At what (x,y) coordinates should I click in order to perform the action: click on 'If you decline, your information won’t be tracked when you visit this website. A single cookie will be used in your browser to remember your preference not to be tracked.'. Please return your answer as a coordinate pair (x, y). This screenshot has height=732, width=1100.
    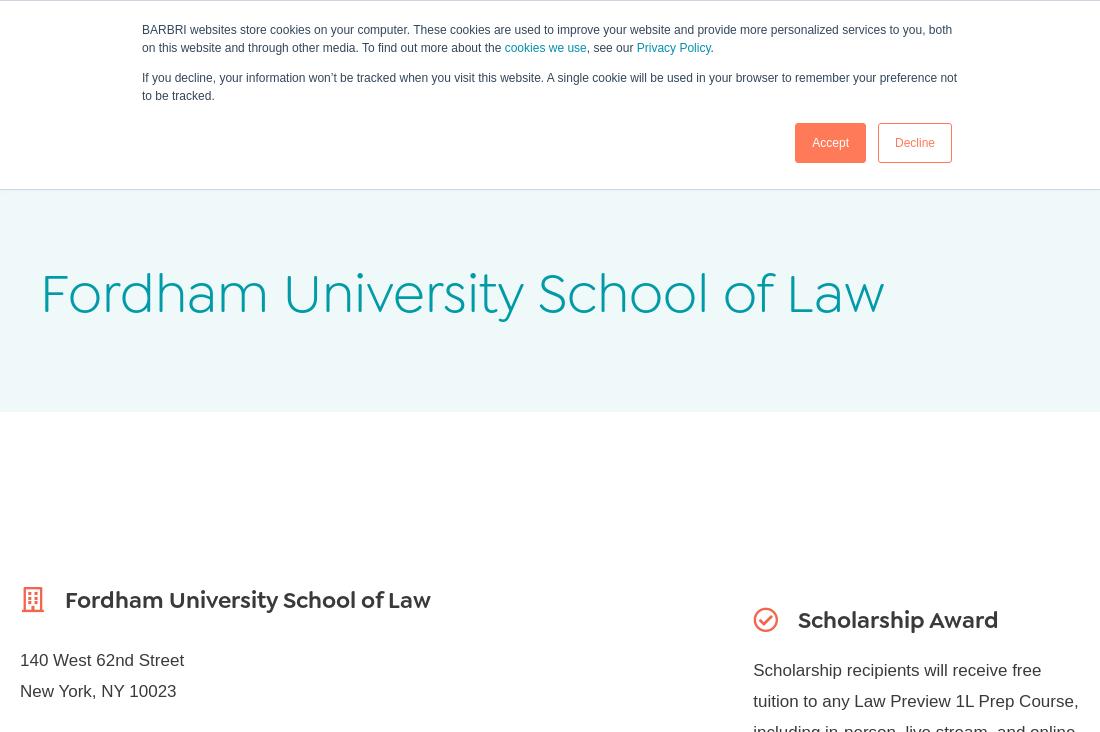
    Looking at the image, I should click on (141, 86).